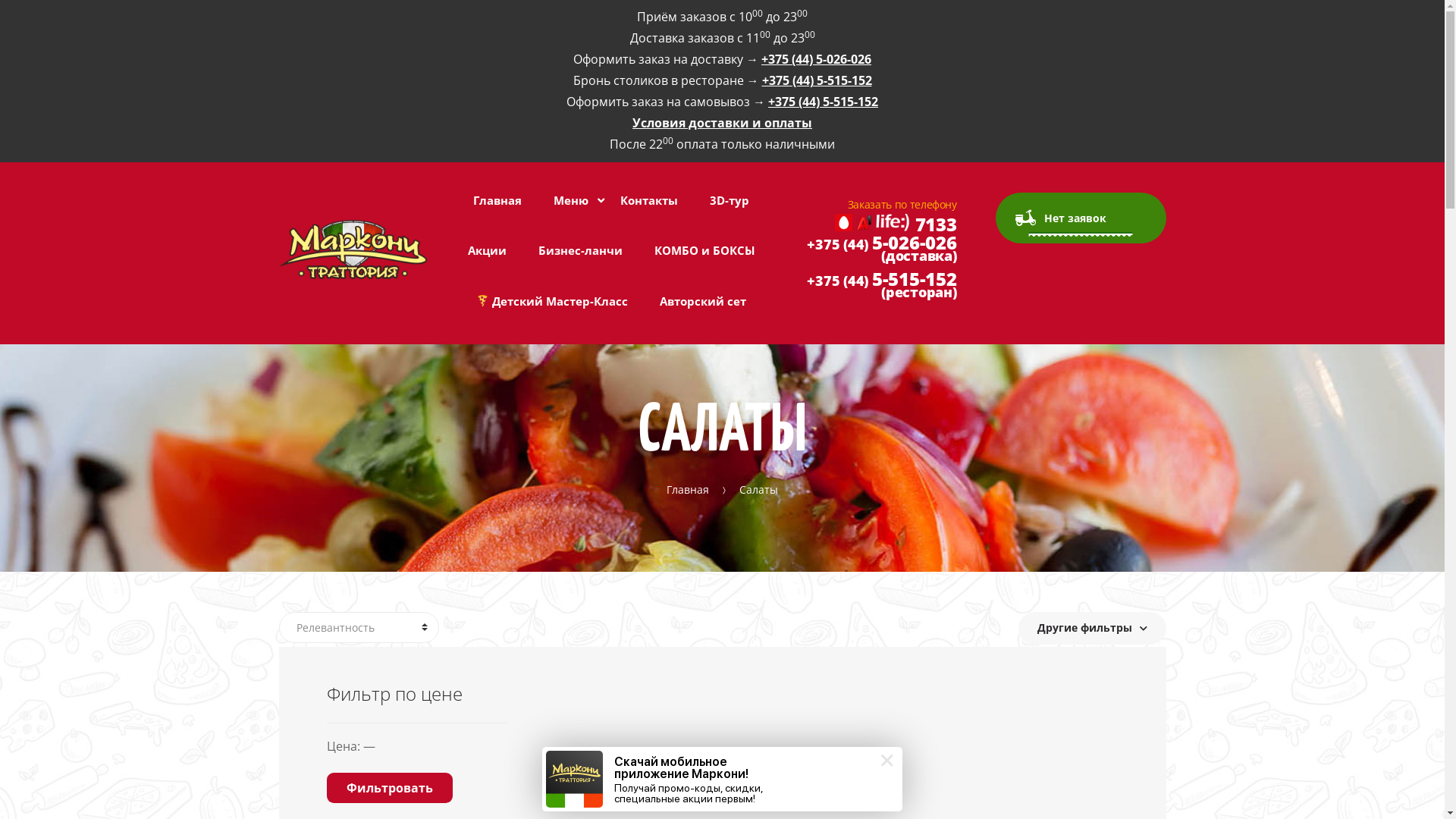 This screenshot has height=819, width=1456. What do you see at coordinates (822, 102) in the screenshot?
I see `'+375 (44) 5-515-152'` at bounding box center [822, 102].